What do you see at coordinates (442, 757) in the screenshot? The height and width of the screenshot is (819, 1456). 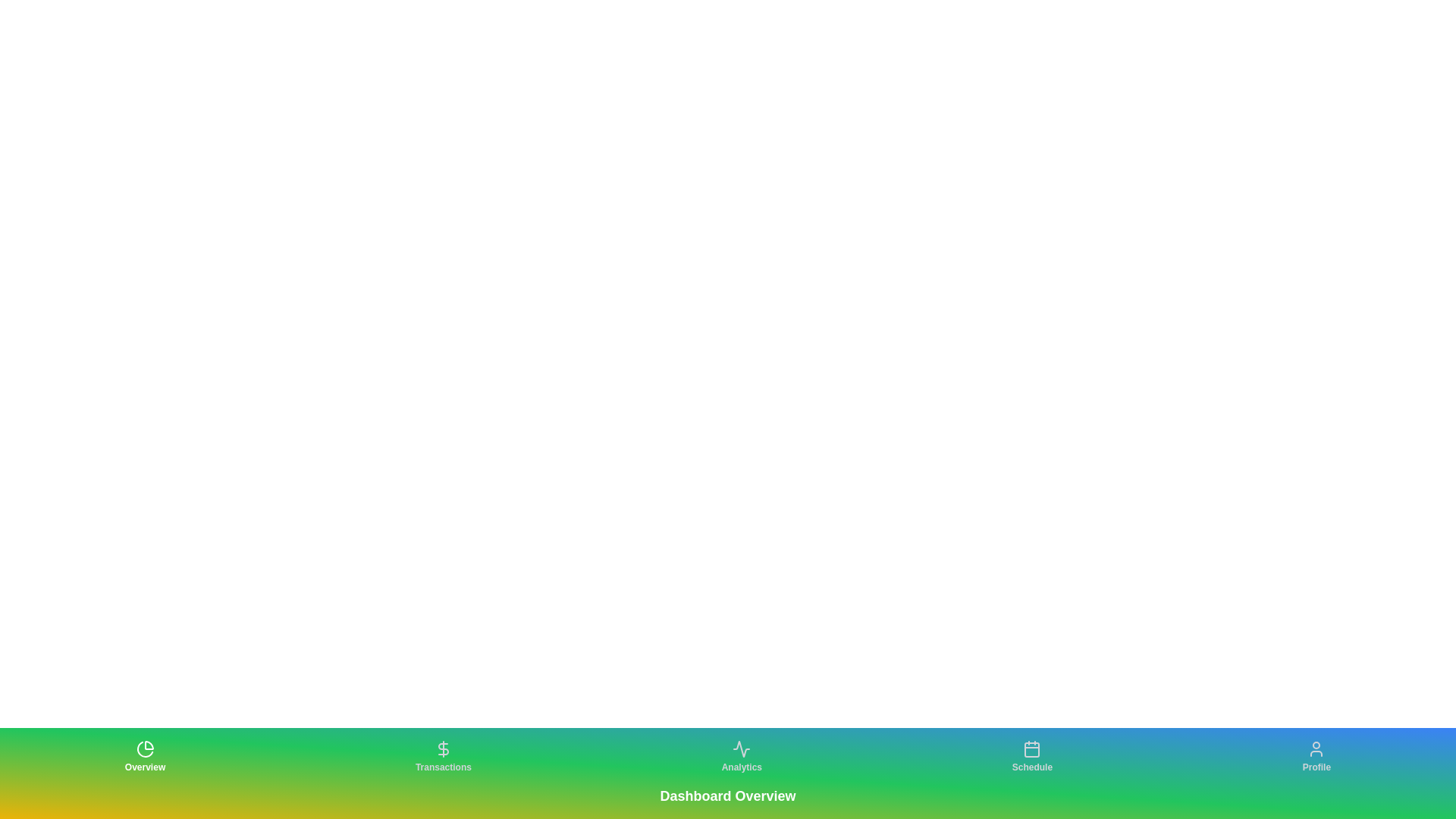 I see `the tab labeled Transactions` at bounding box center [442, 757].